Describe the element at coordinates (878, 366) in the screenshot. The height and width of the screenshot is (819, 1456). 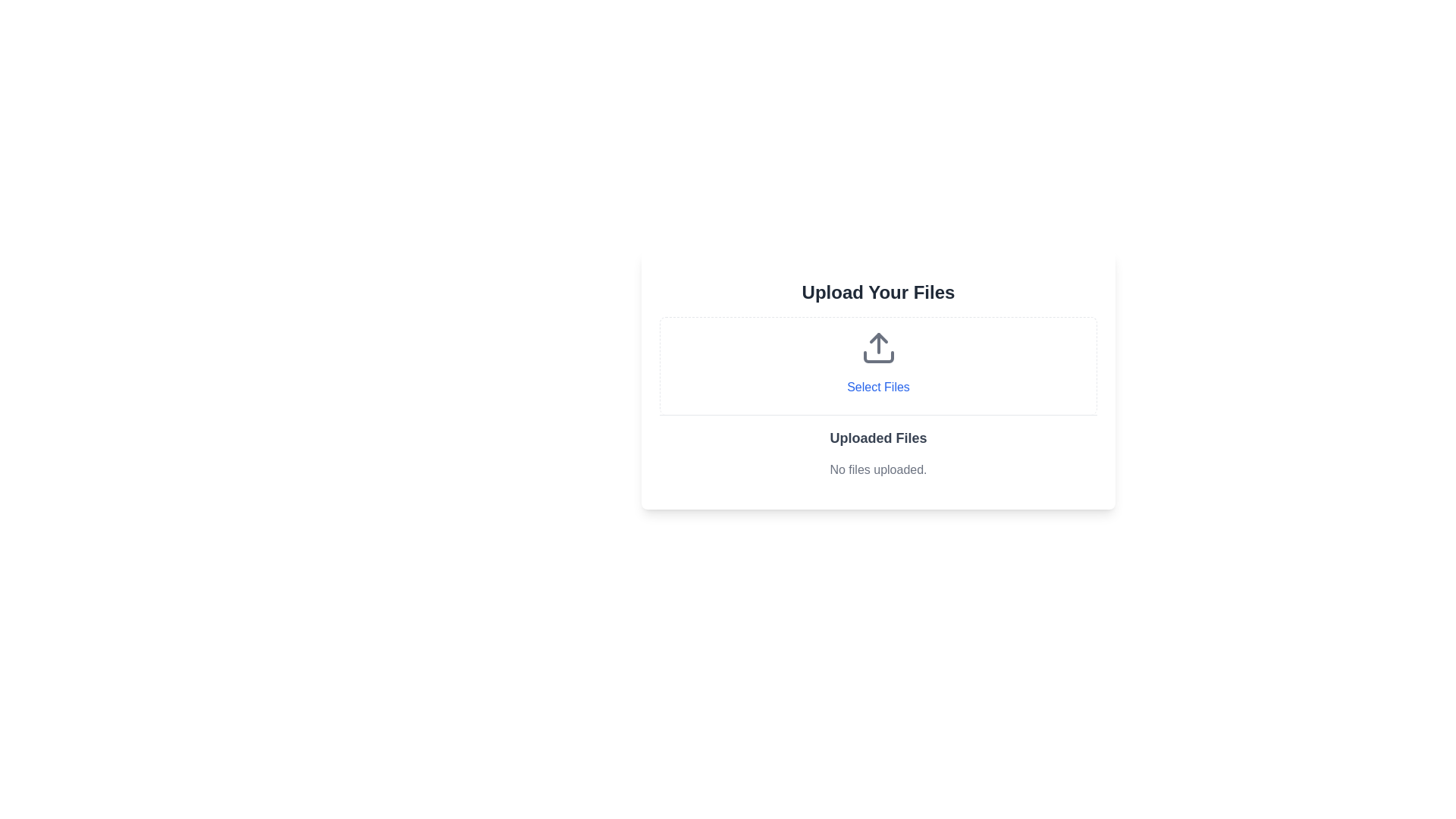
I see `the interactive file selection area with an upload icon` at that location.